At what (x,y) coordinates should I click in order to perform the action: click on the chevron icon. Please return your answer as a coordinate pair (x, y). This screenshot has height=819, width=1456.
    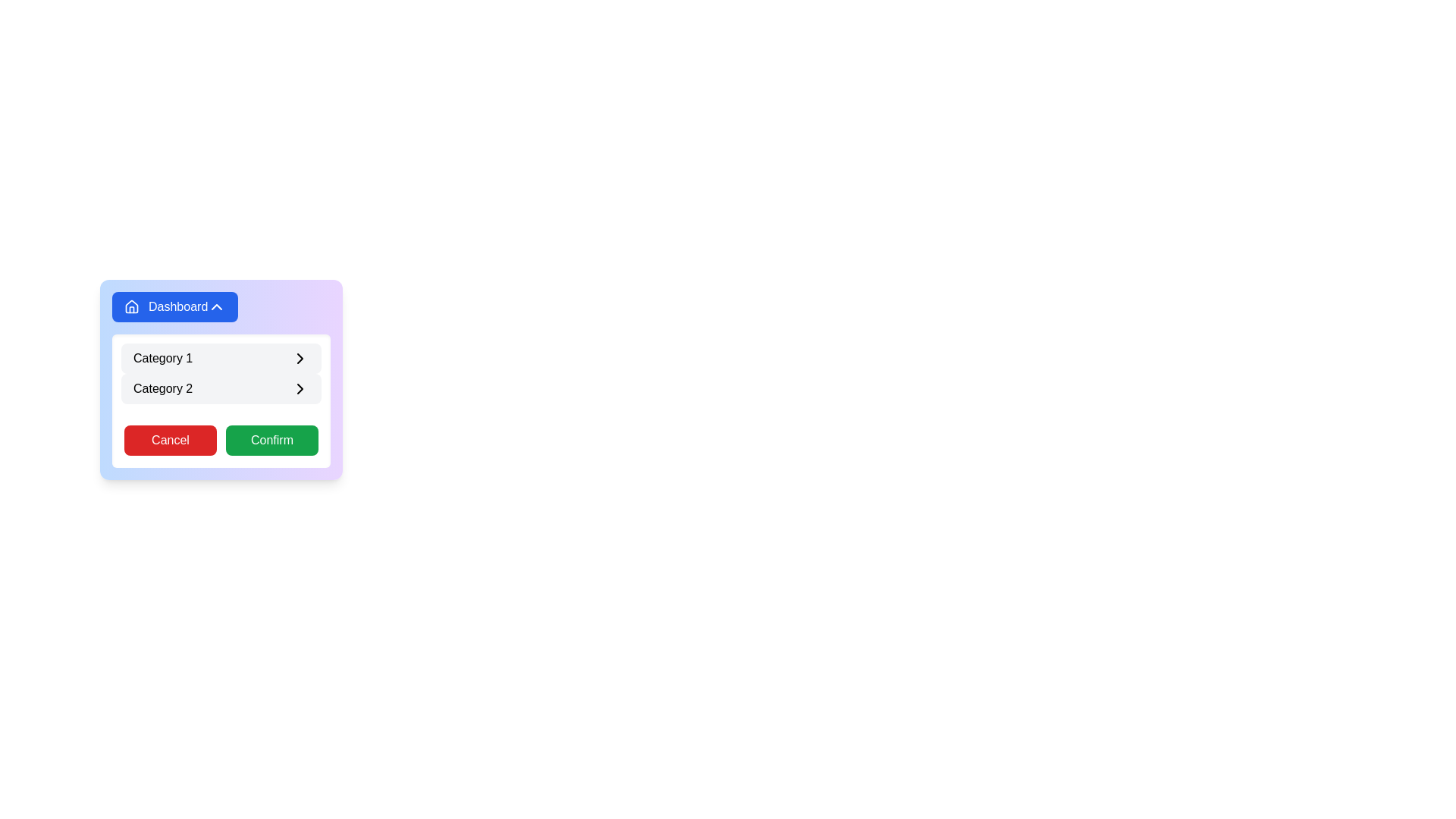
    Looking at the image, I should click on (216, 307).